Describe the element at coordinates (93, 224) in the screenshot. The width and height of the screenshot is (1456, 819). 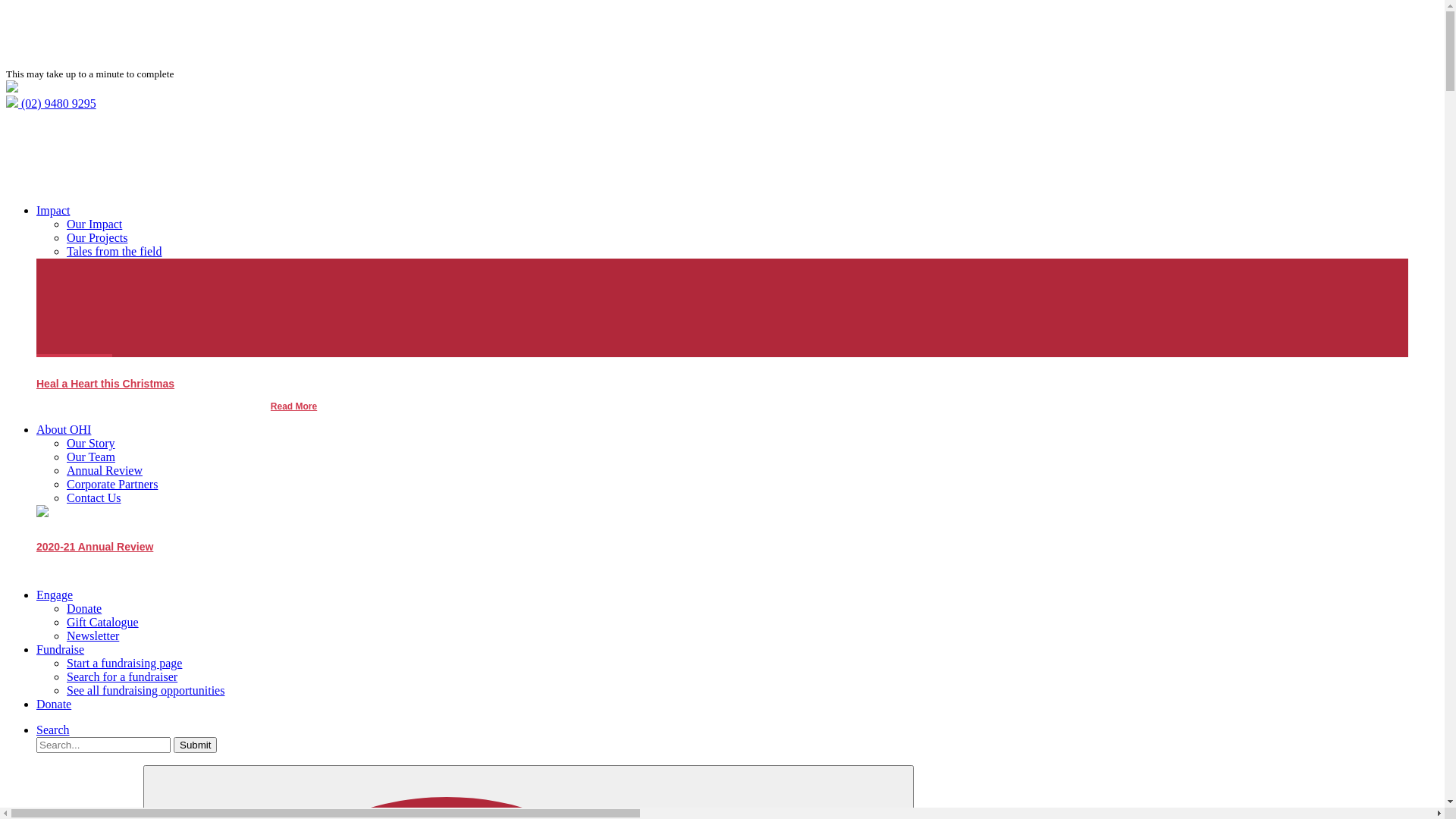
I see `'Our Impact'` at that location.